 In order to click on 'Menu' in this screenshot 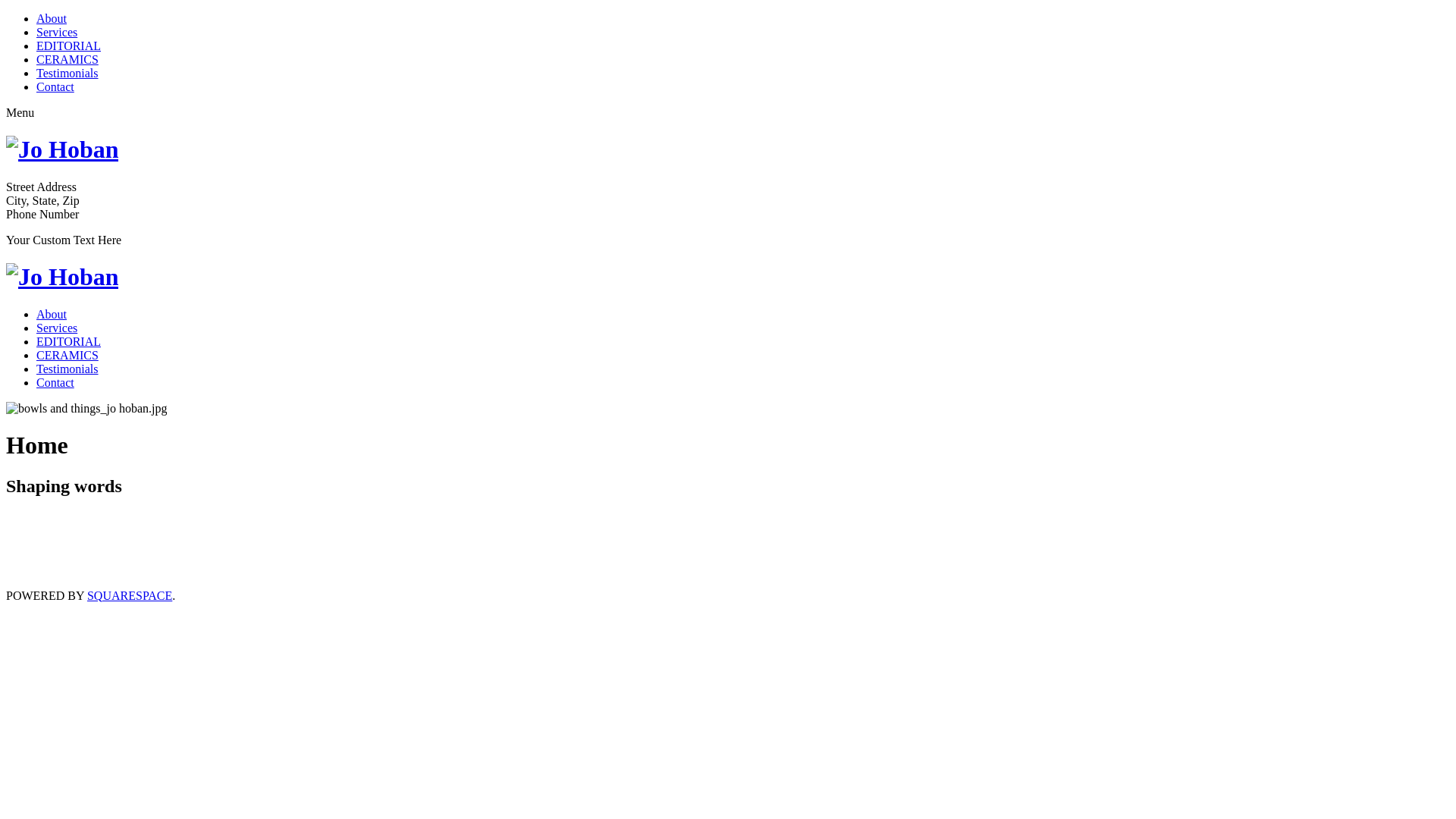, I will do `click(20, 111)`.